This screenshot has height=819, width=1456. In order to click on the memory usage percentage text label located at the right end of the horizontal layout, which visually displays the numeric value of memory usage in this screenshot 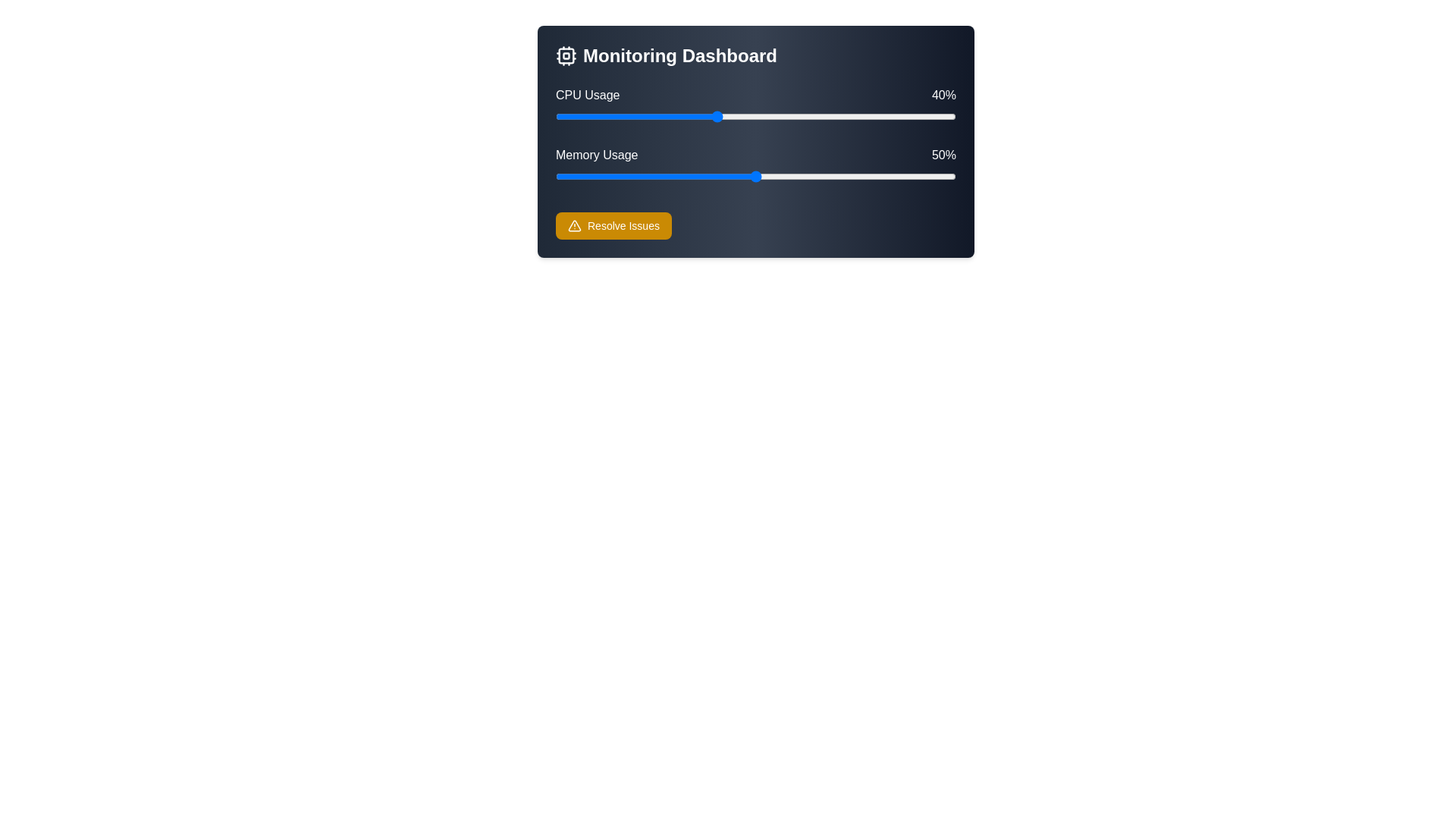, I will do `click(943, 155)`.